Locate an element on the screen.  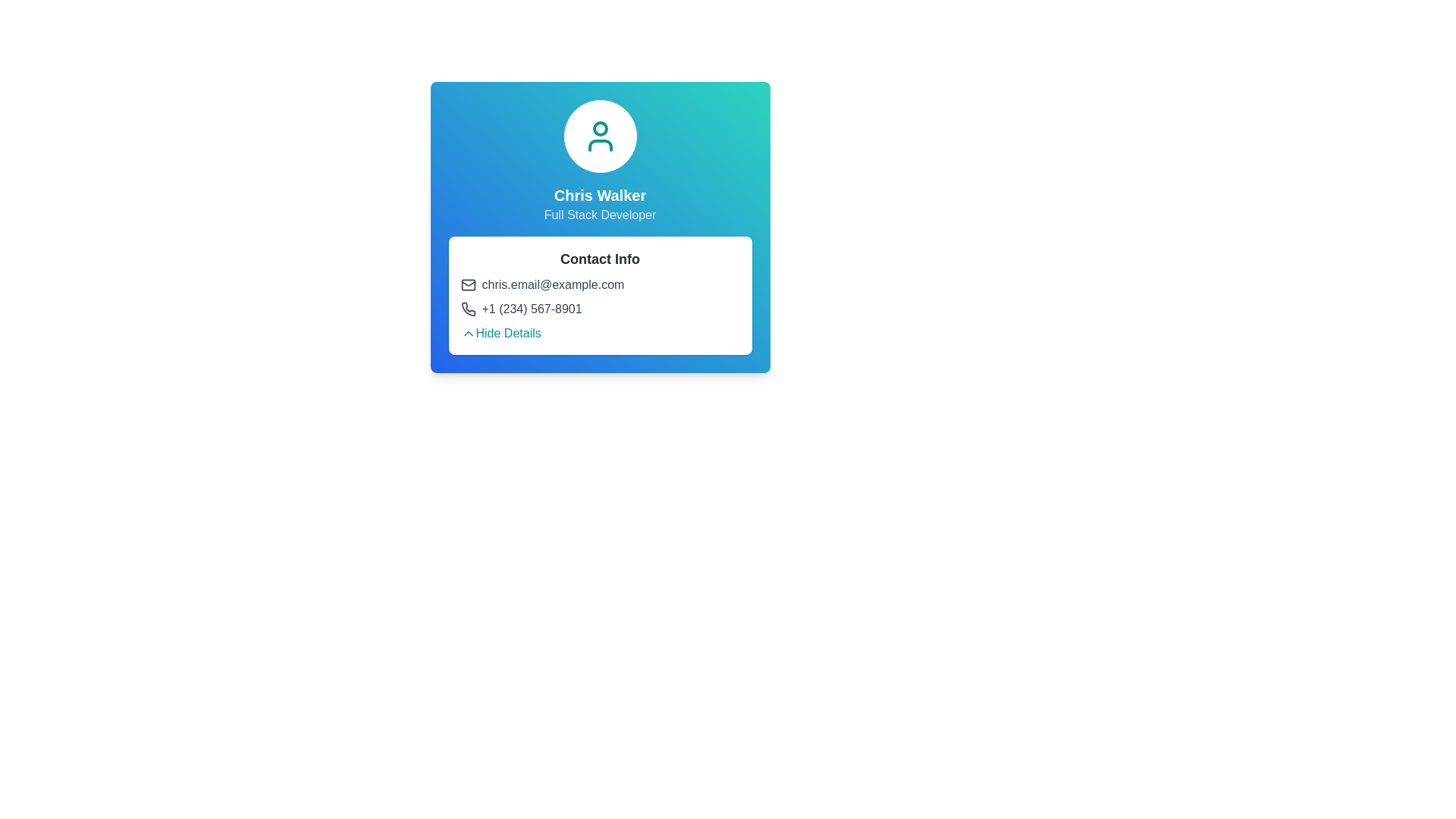
the static text element that displays the occupation title, located directly below the name 'Chris Walker' in the profile information area is located at coordinates (599, 215).